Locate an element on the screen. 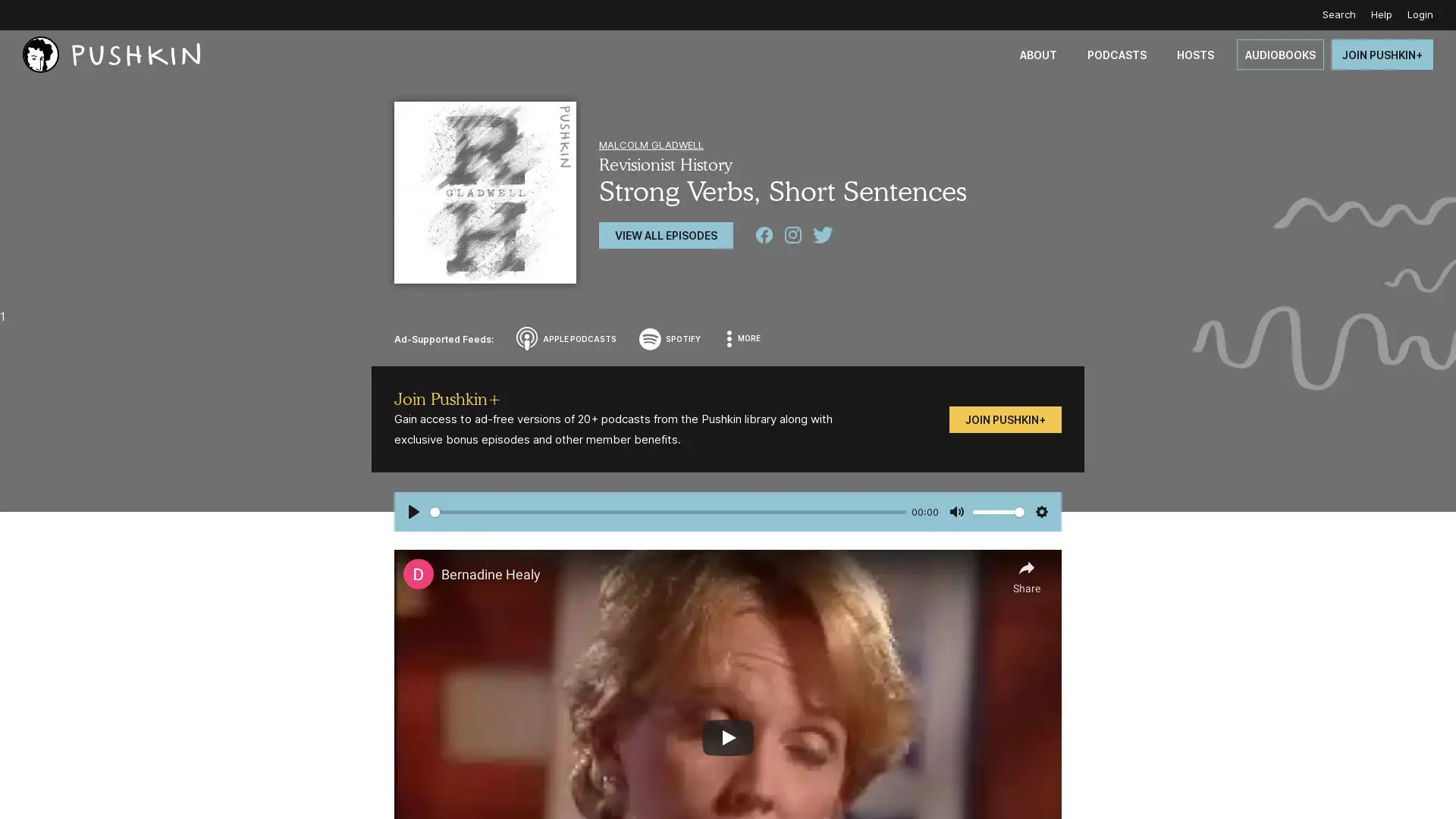 The image size is (1456, 819). Skip to Main Content is located at coordinates (15, 15).